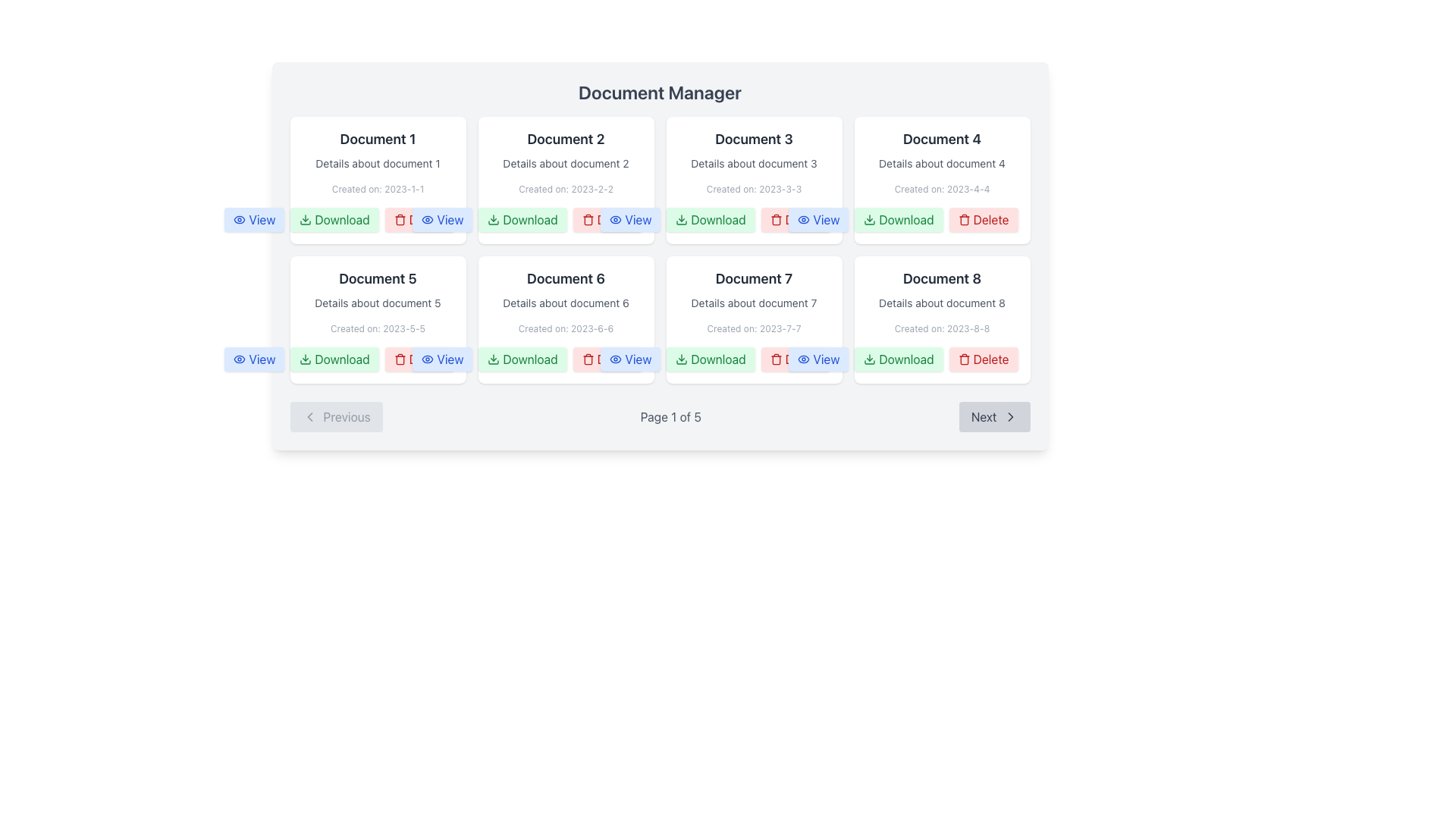 This screenshot has height=819, width=1456. I want to click on the static text label that provides additional information about 'Document 5', located in the left-middle portion of the grid layout, specifically in the third column, beneath the title 'Document 5', so click(378, 303).